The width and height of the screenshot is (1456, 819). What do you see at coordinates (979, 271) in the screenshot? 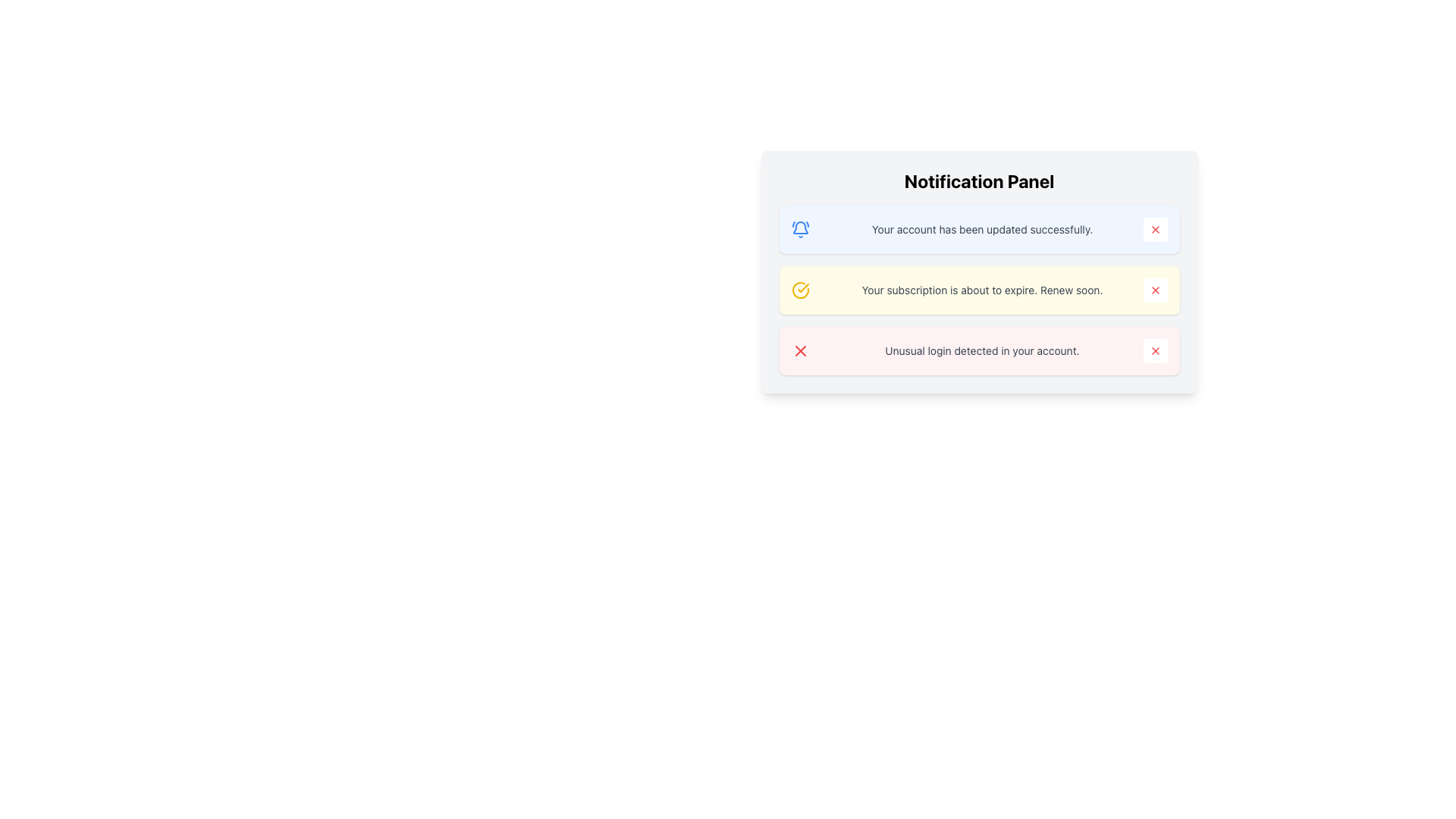
I see `the second notification box in the Notification Panel` at bounding box center [979, 271].